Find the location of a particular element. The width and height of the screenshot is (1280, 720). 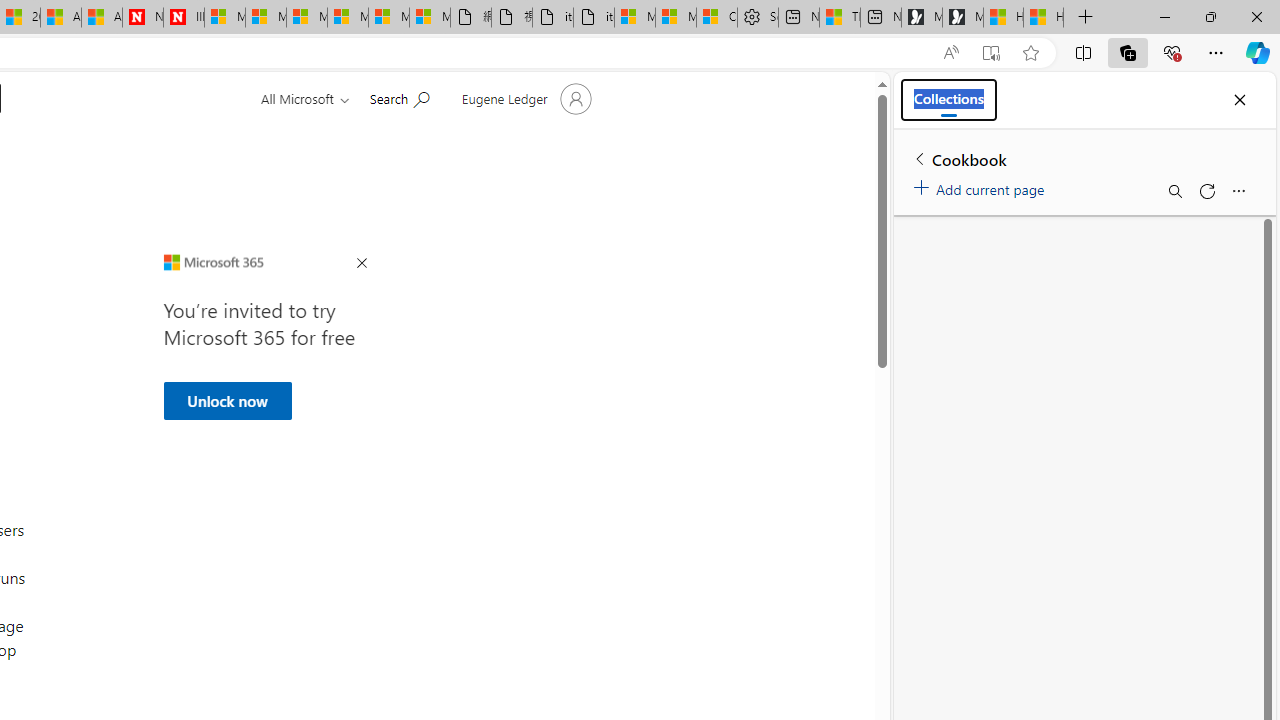

'Newsweek - News, Analysis, Politics, Business, Technology' is located at coordinates (141, 17).